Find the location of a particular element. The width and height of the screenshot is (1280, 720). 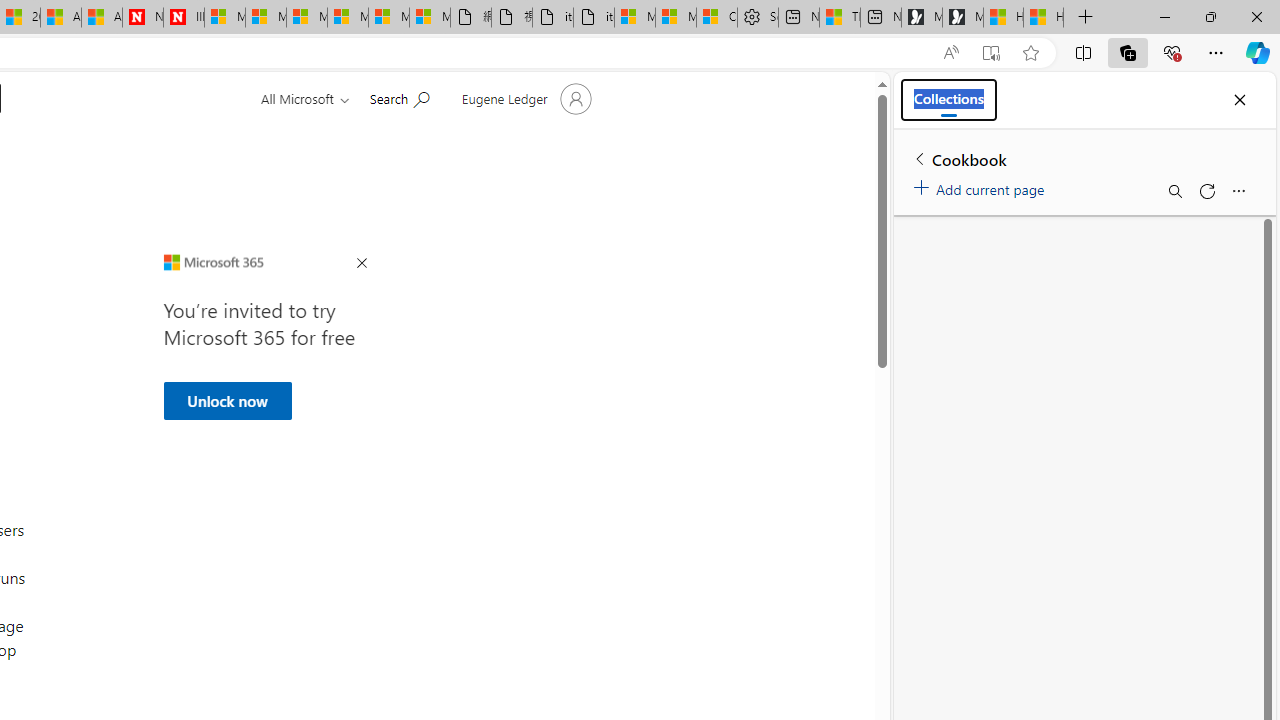

'Newsweek - News, Analysis, Politics, Business, Technology' is located at coordinates (141, 17).